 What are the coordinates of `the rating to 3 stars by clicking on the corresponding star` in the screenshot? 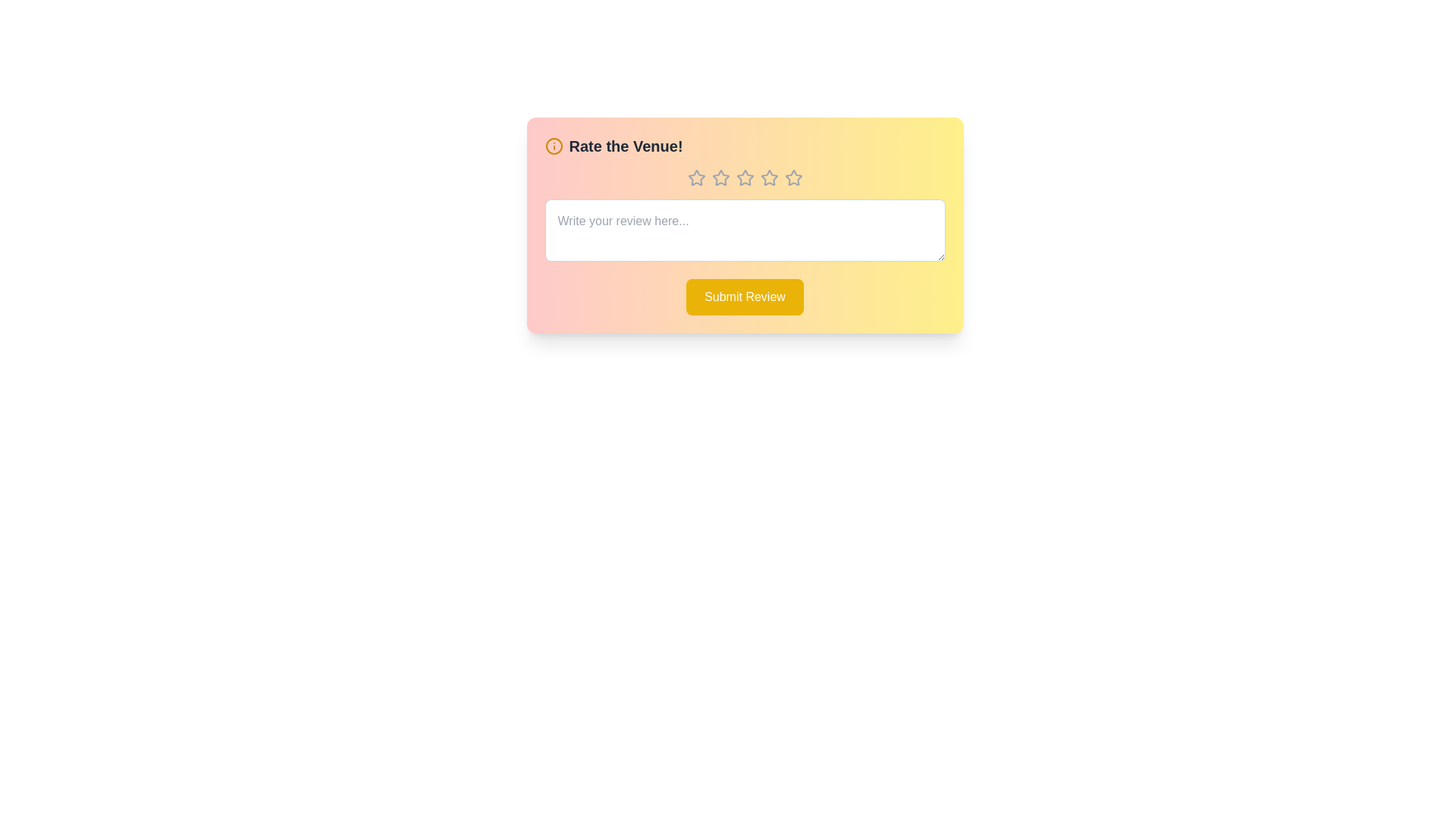 It's located at (745, 177).